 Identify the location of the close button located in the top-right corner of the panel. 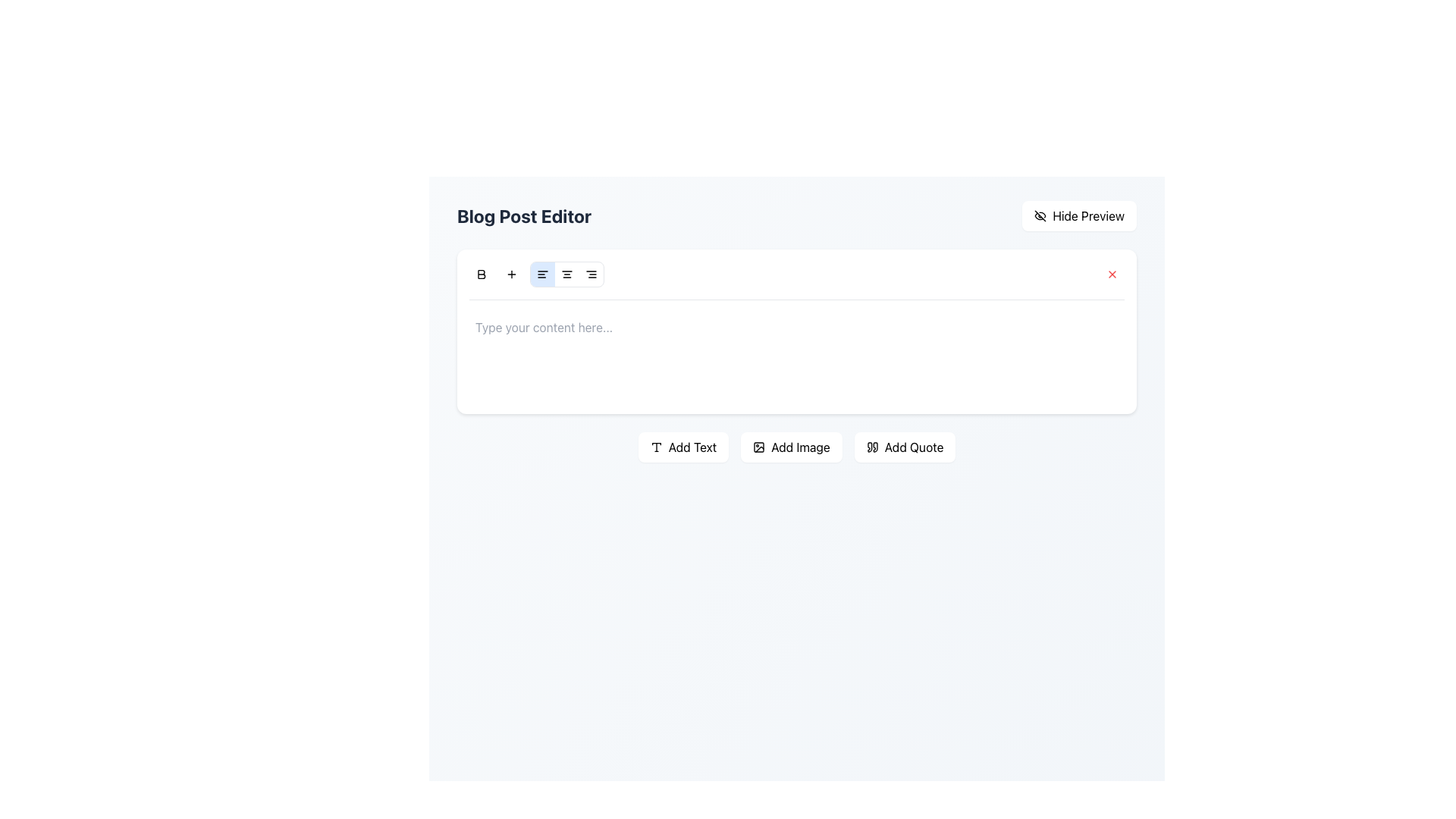
(1112, 275).